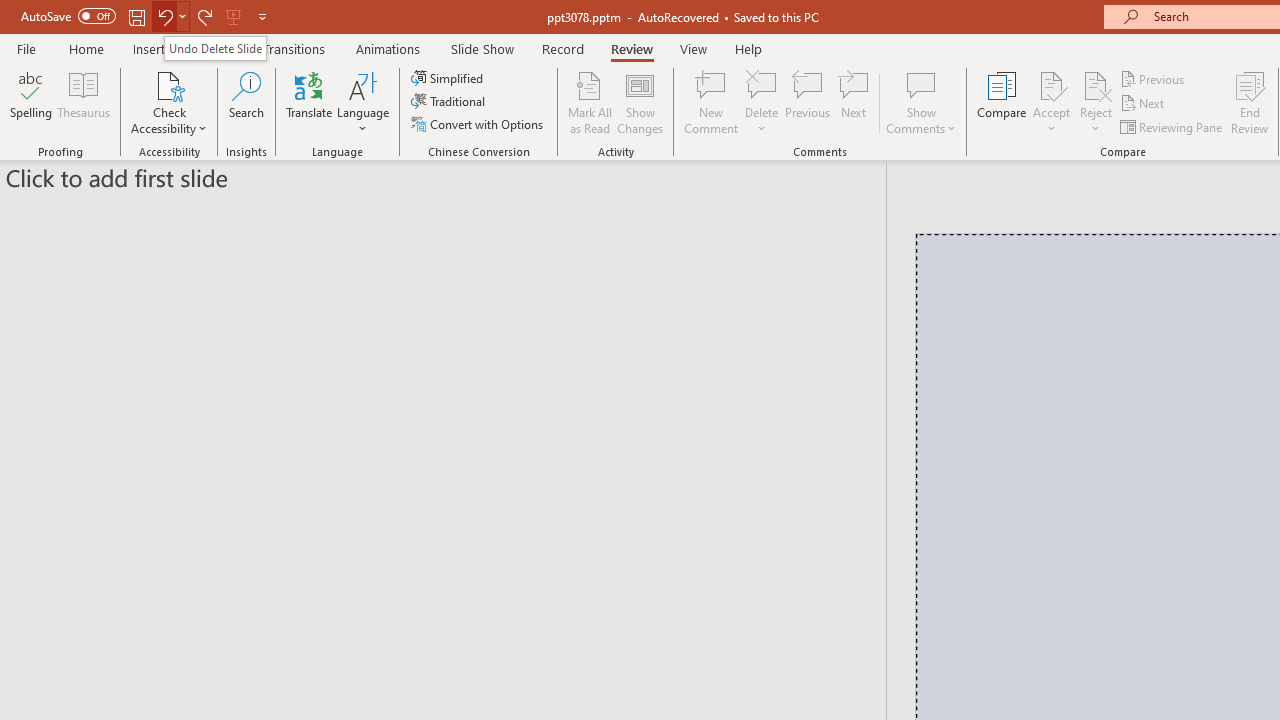 Image resolution: width=1280 pixels, height=720 pixels. What do you see at coordinates (1095, 103) in the screenshot?
I see `'Reject'` at bounding box center [1095, 103].